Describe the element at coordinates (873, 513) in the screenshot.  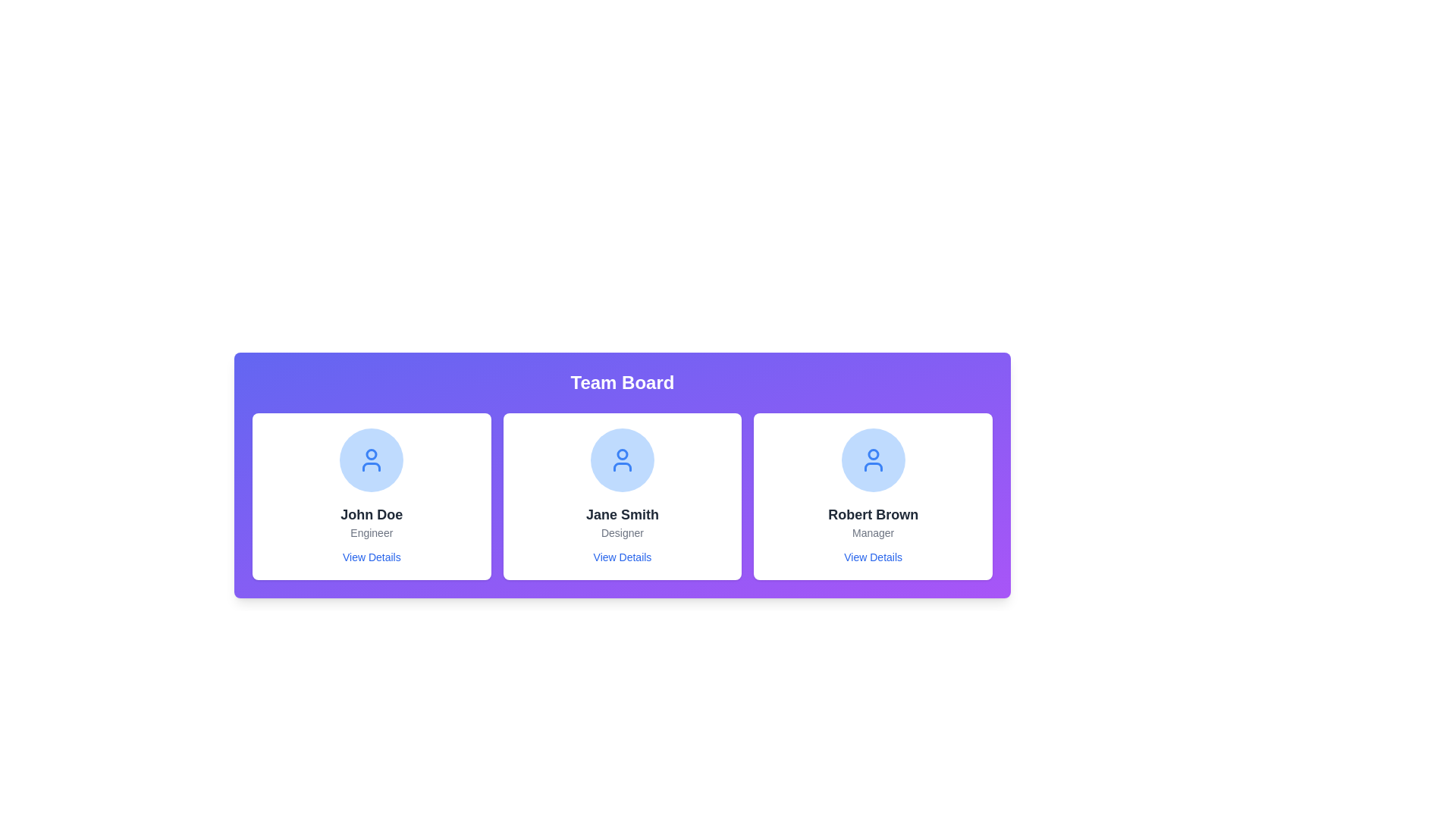
I see `the text label displaying 'Robert Brown', which is styled prominently in a larger font directly beneath the circular avatar icon and above the designation label 'Manager'` at that location.